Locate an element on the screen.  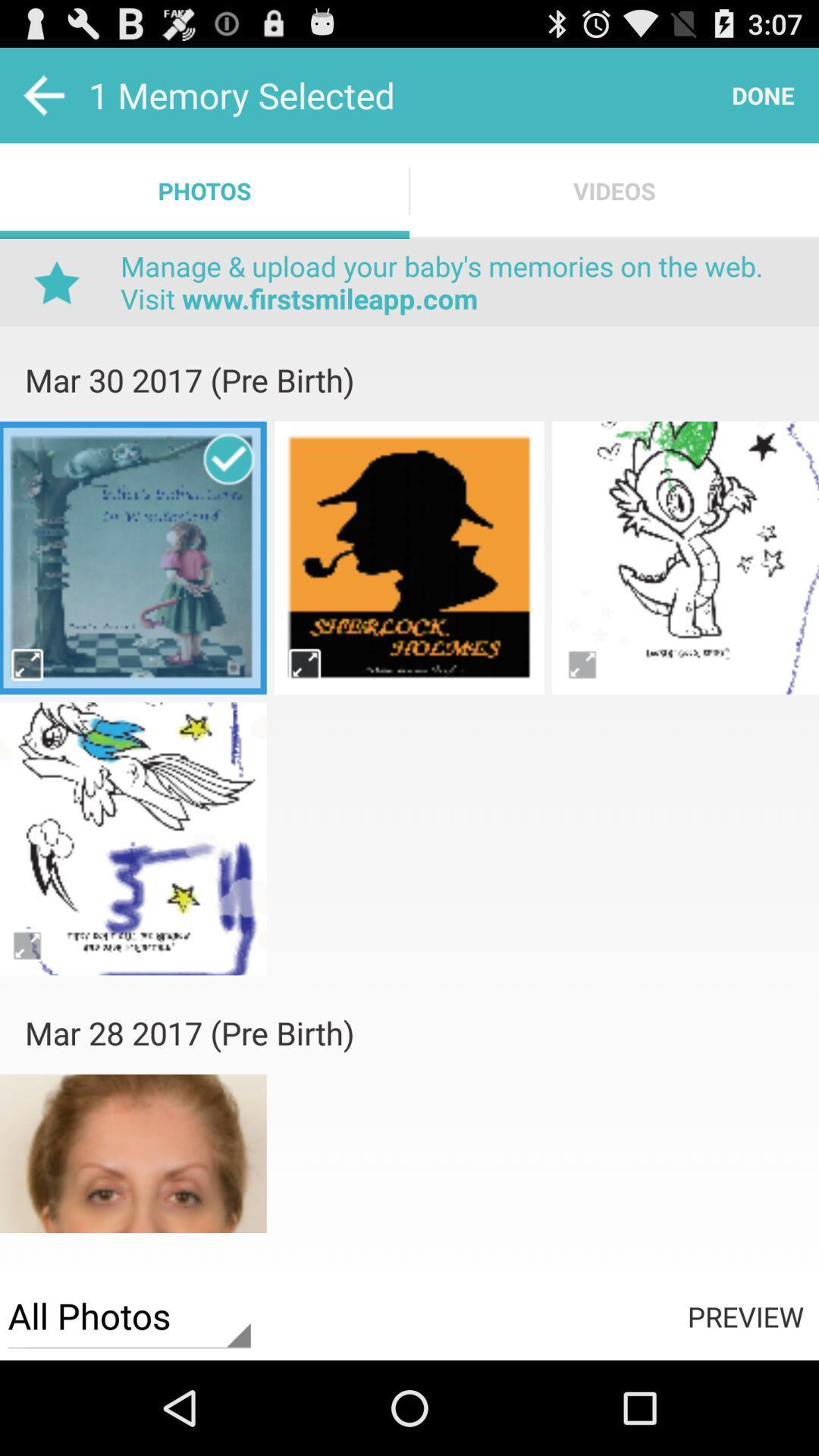
image option is located at coordinates (132, 838).